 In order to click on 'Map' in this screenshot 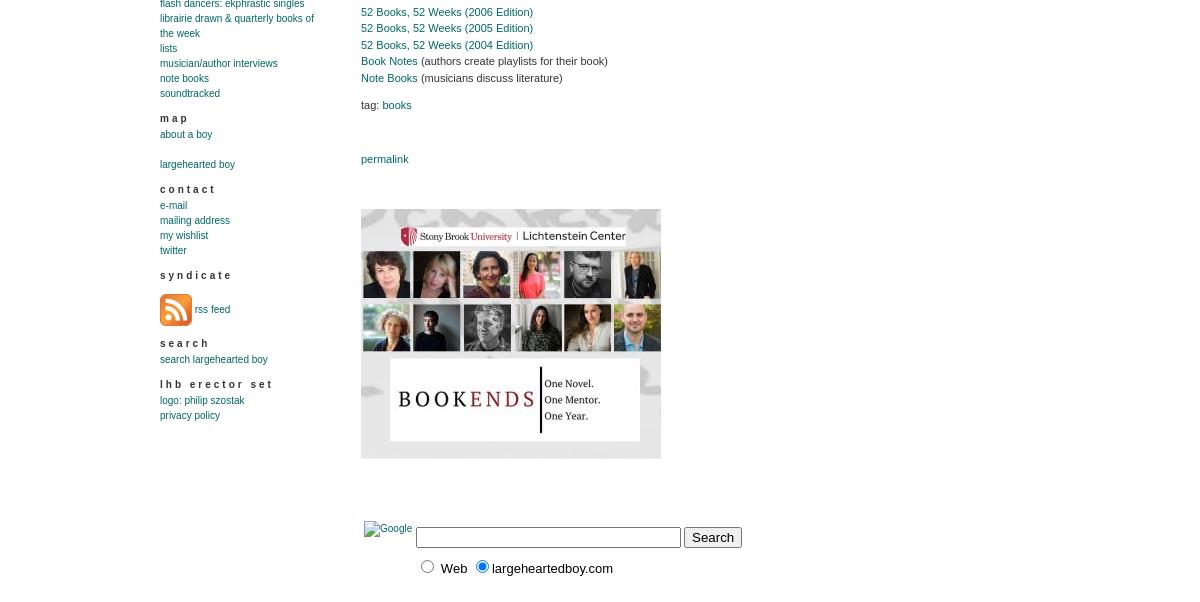, I will do `click(158, 117)`.